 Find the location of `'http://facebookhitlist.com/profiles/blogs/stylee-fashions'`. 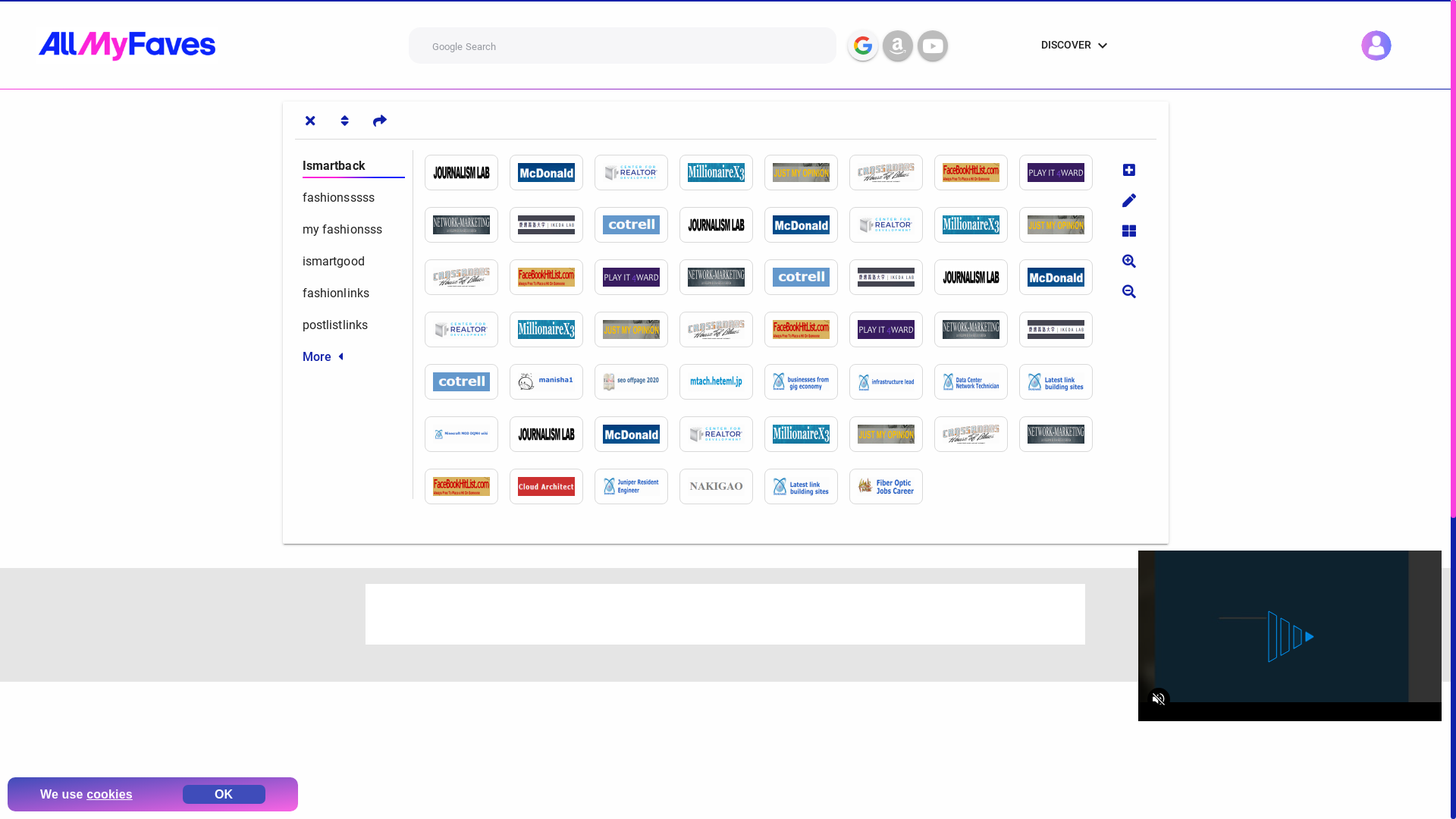

'http://facebookhitlist.com/profiles/blogs/stylee-fashions' is located at coordinates (510, 277).